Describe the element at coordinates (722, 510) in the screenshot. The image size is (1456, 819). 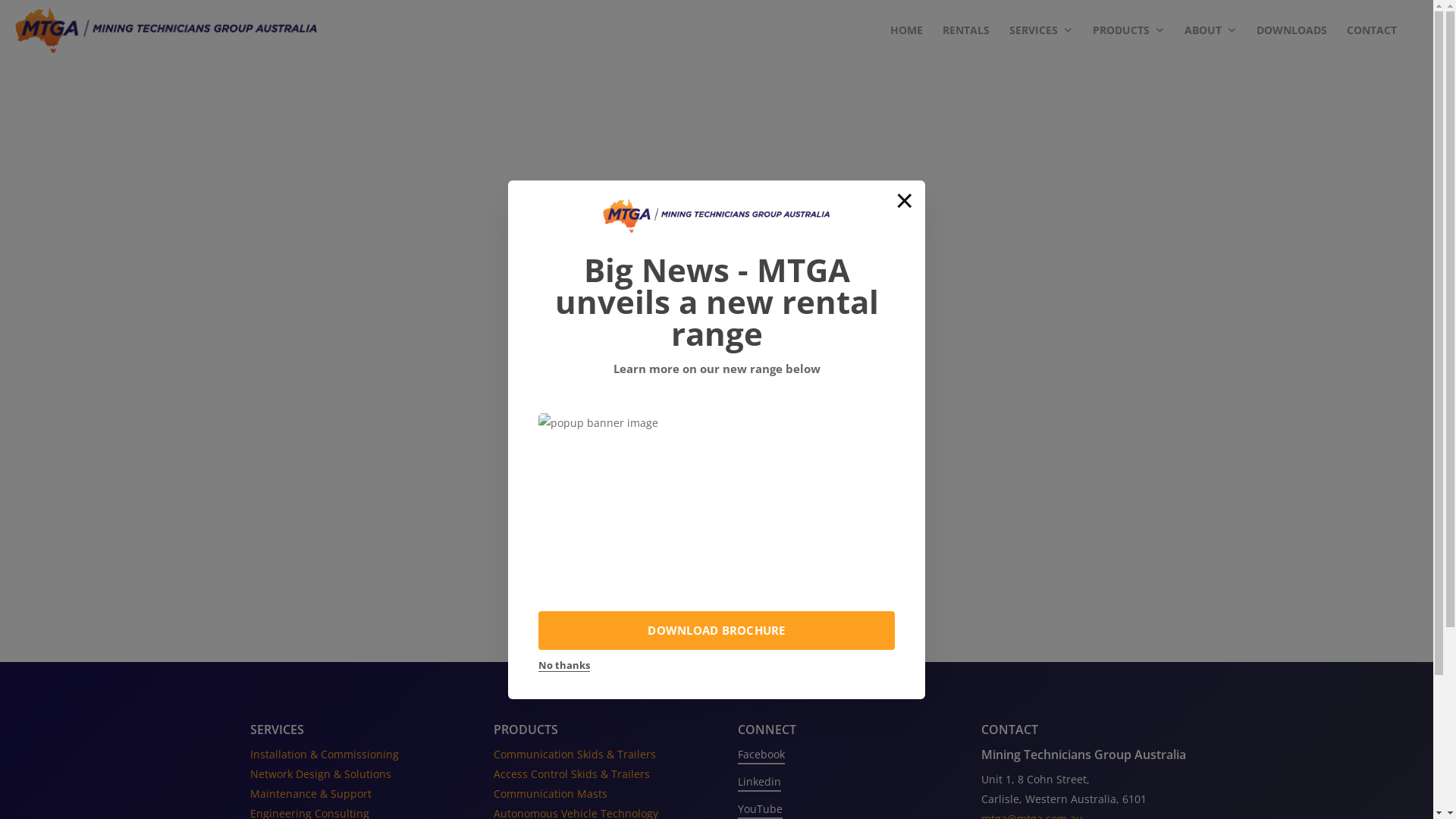
I see `'Back Home'` at that location.